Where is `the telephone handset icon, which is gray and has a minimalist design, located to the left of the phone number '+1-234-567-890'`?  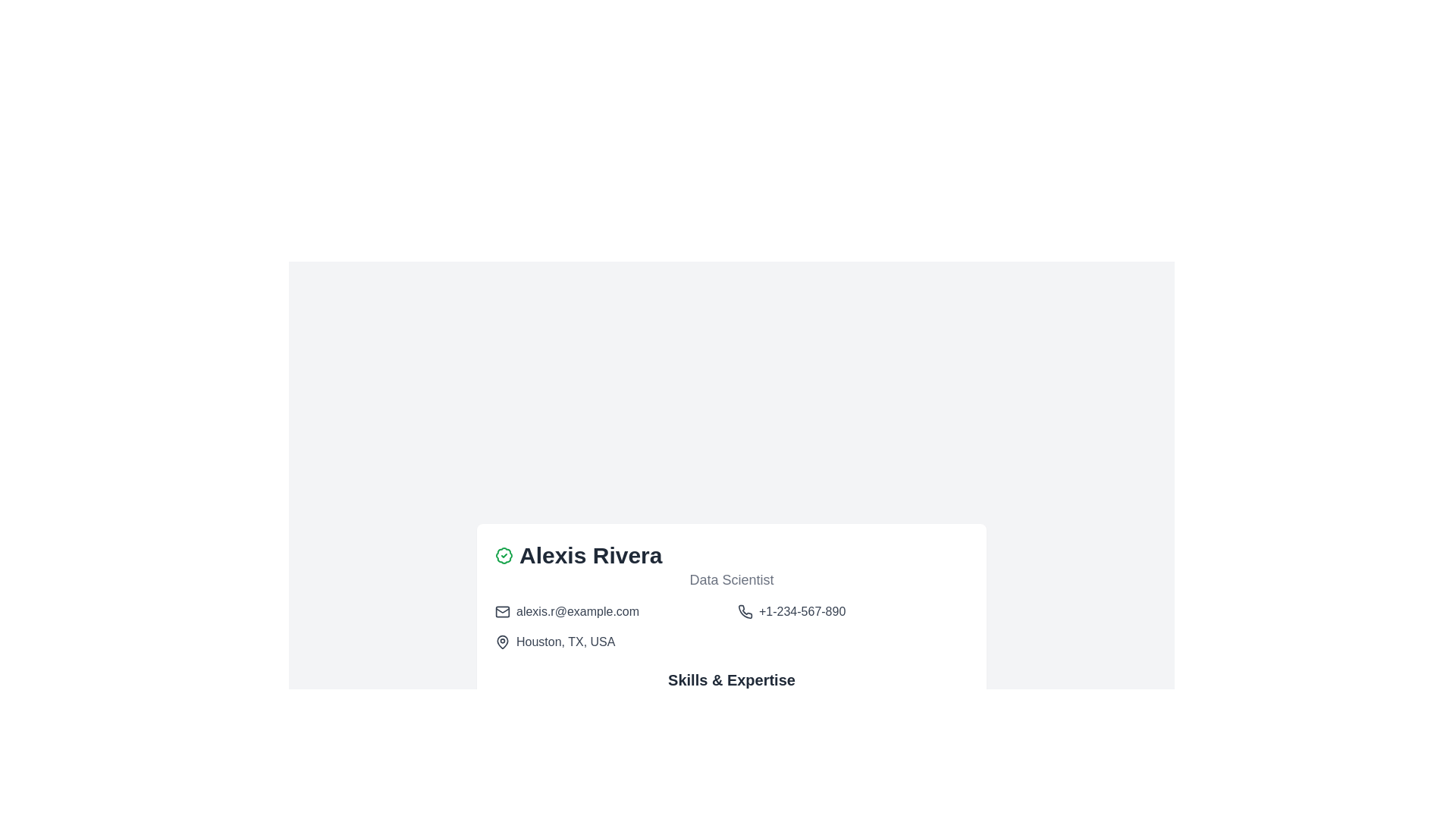
the telephone handset icon, which is gray and has a minimalist design, located to the left of the phone number '+1-234-567-890' is located at coordinates (745, 610).